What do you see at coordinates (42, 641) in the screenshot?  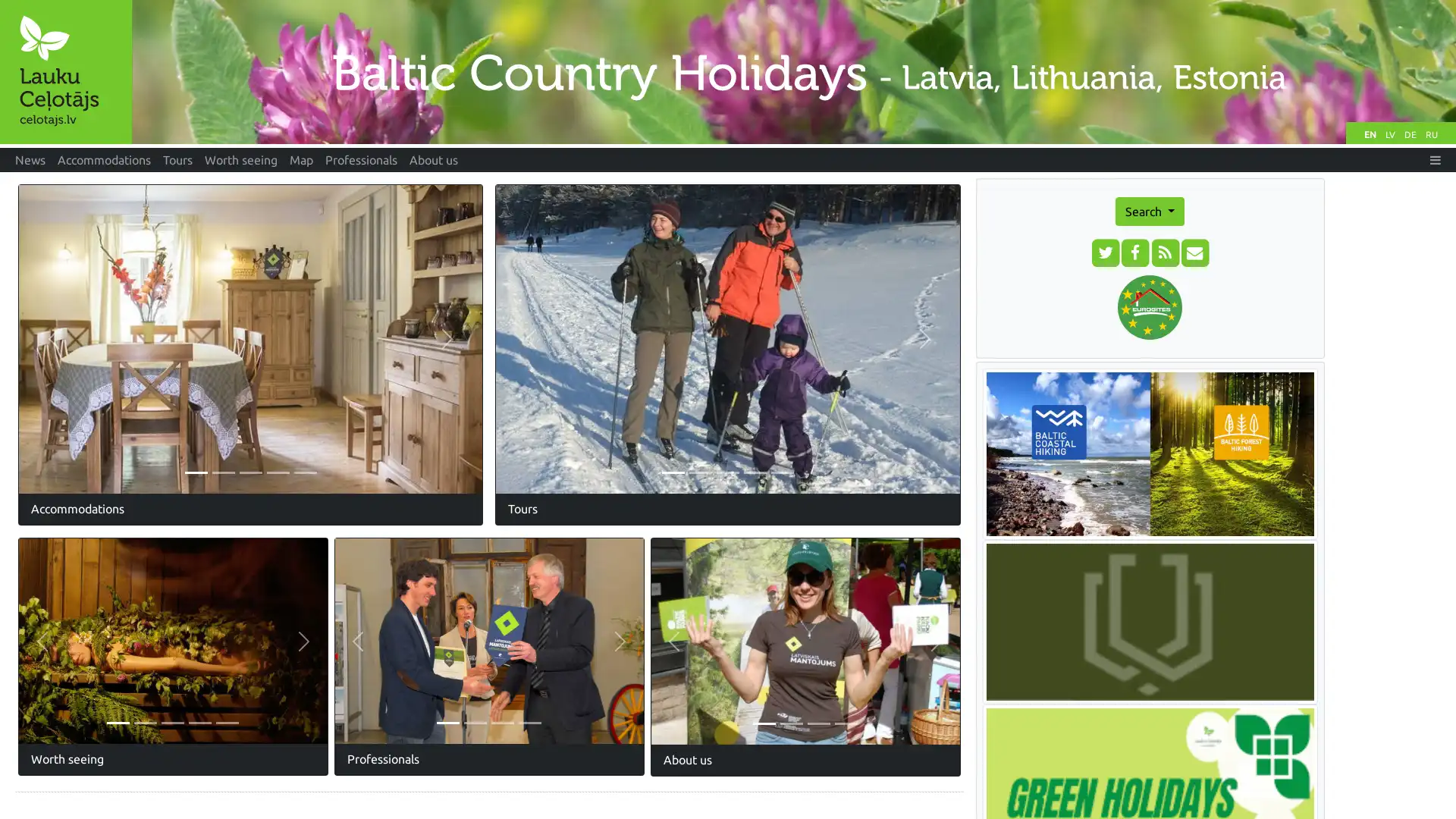 I see `Previous` at bounding box center [42, 641].